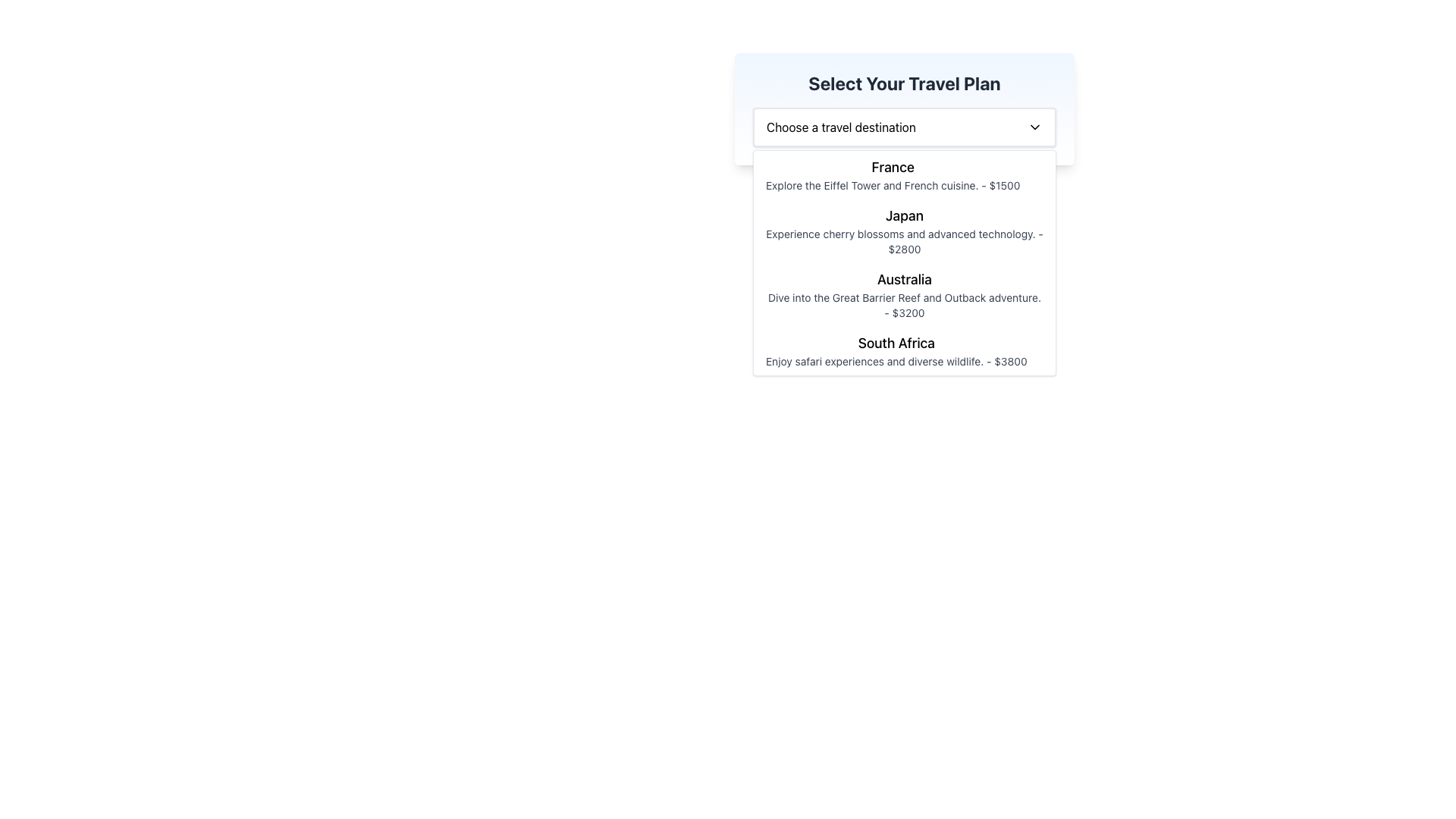 The height and width of the screenshot is (819, 1456). What do you see at coordinates (905, 216) in the screenshot?
I see `the text label displaying 'Japan' in bold style, which is located in the second entry of a dropdown menu of travel destinations` at bounding box center [905, 216].